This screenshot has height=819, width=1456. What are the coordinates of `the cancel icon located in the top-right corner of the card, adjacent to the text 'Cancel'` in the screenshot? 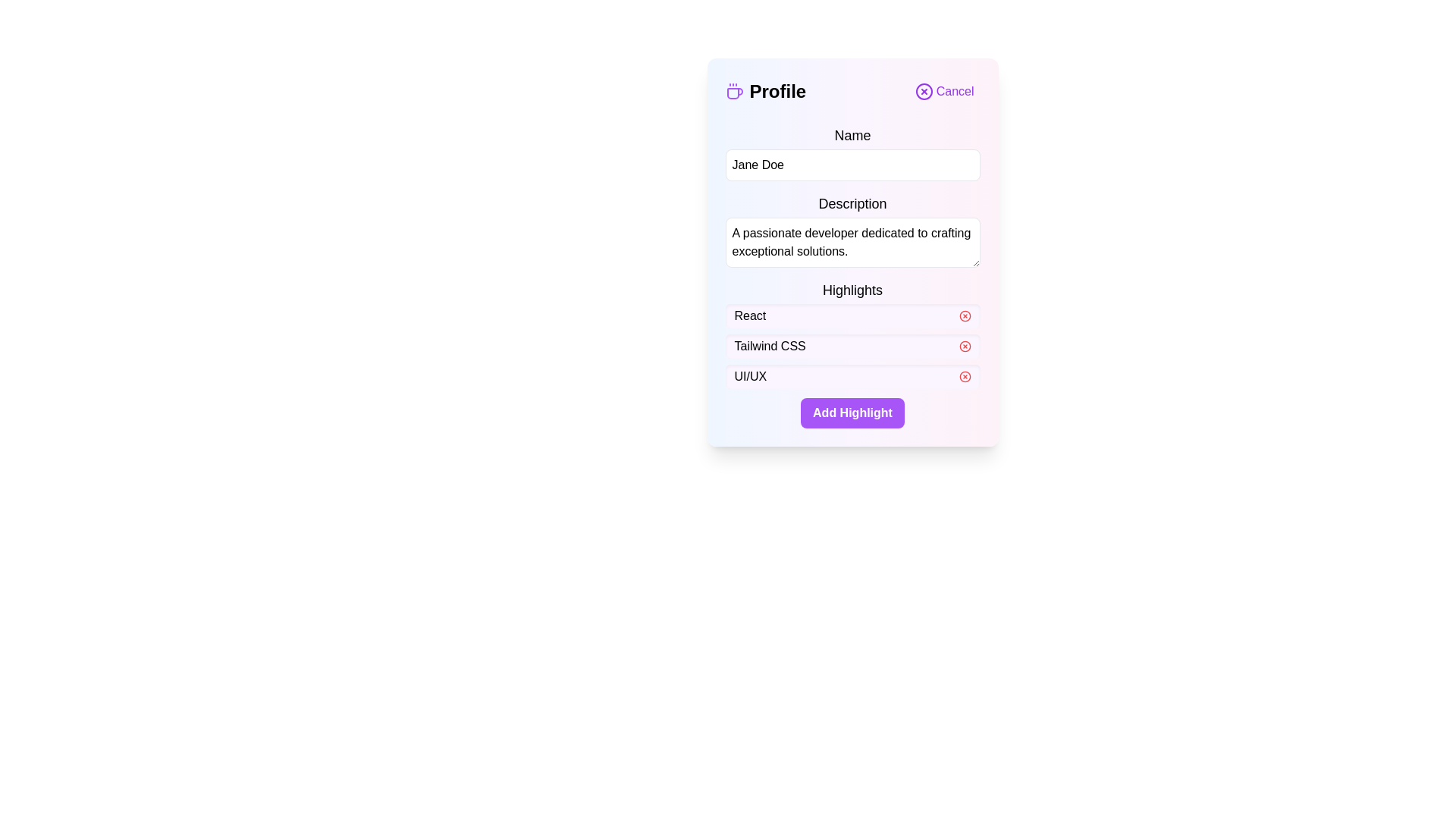 It's located at (923, 91).